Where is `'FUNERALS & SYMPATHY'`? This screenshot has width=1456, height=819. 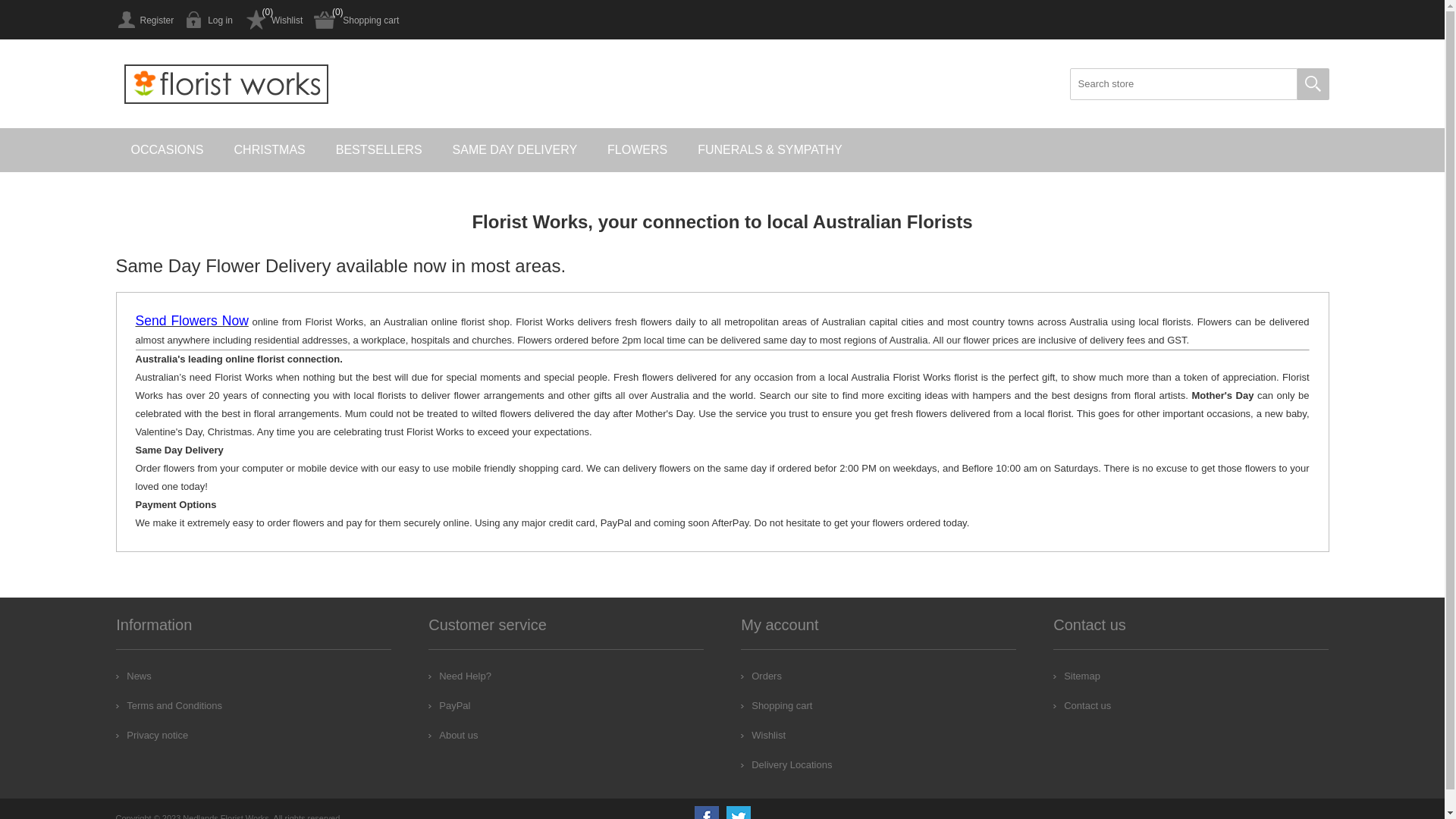
'FUNERALS & SYMPATHY' is located at coordinates (770, 149).